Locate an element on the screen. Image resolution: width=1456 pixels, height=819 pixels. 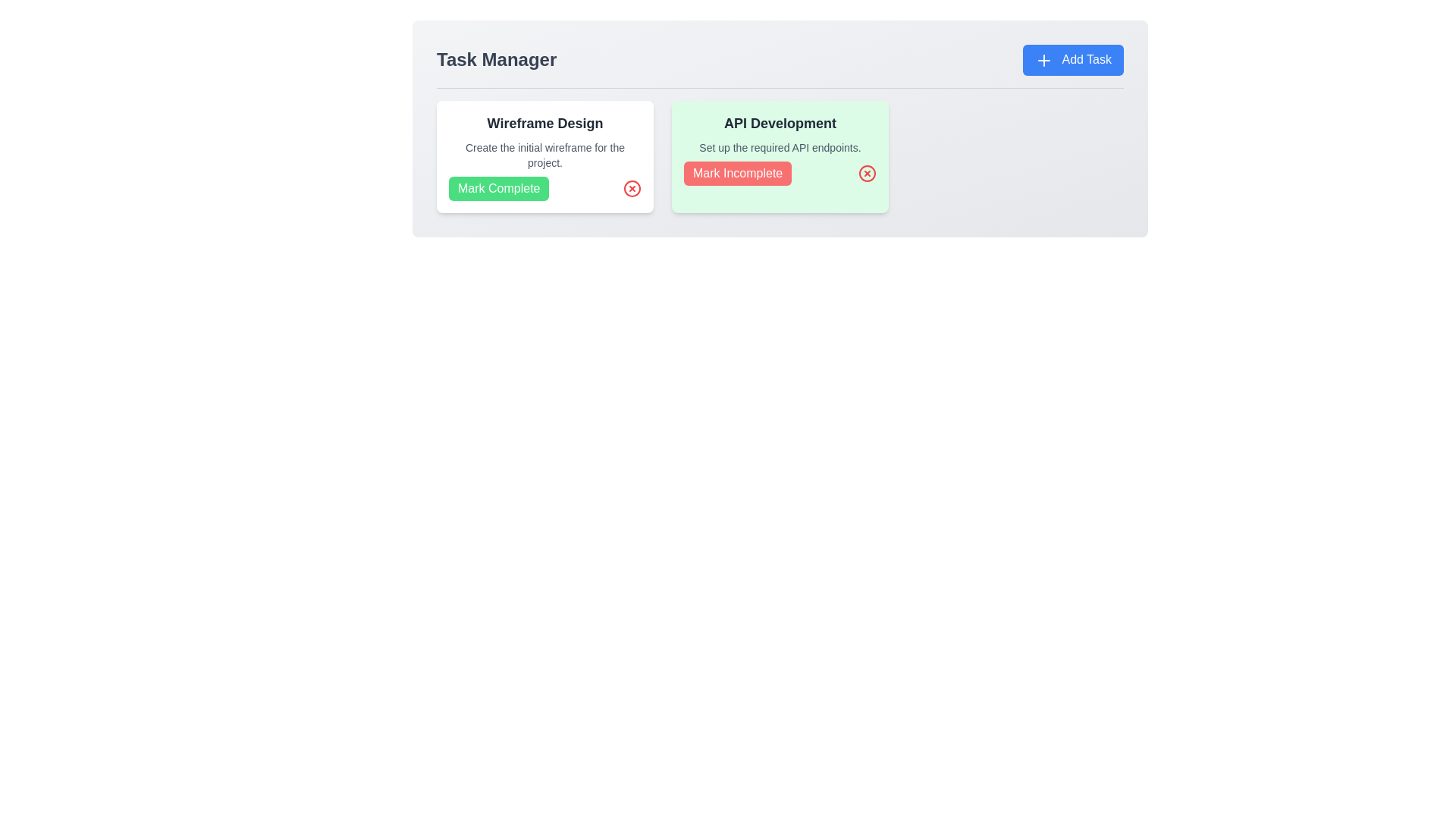
the SVG icon of a plus symbol located to the left of the 'Add Task' text is located at coordinates (1043, 59).